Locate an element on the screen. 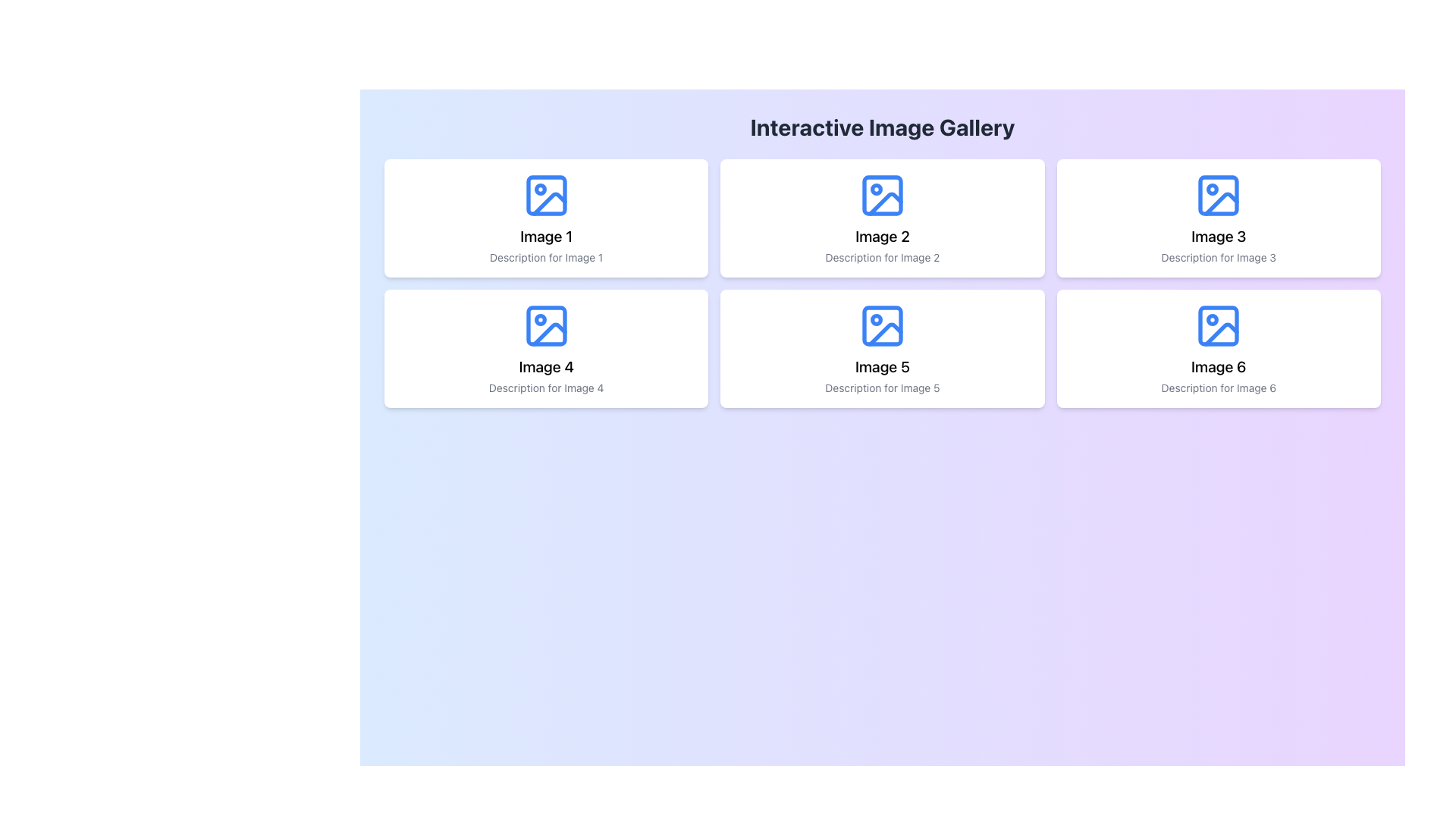  the label providing supplementary information about 'Image 1', located at the bottom of the associated card in the top-left corner of the 2x3 grid is located at coordinates (546, 256).